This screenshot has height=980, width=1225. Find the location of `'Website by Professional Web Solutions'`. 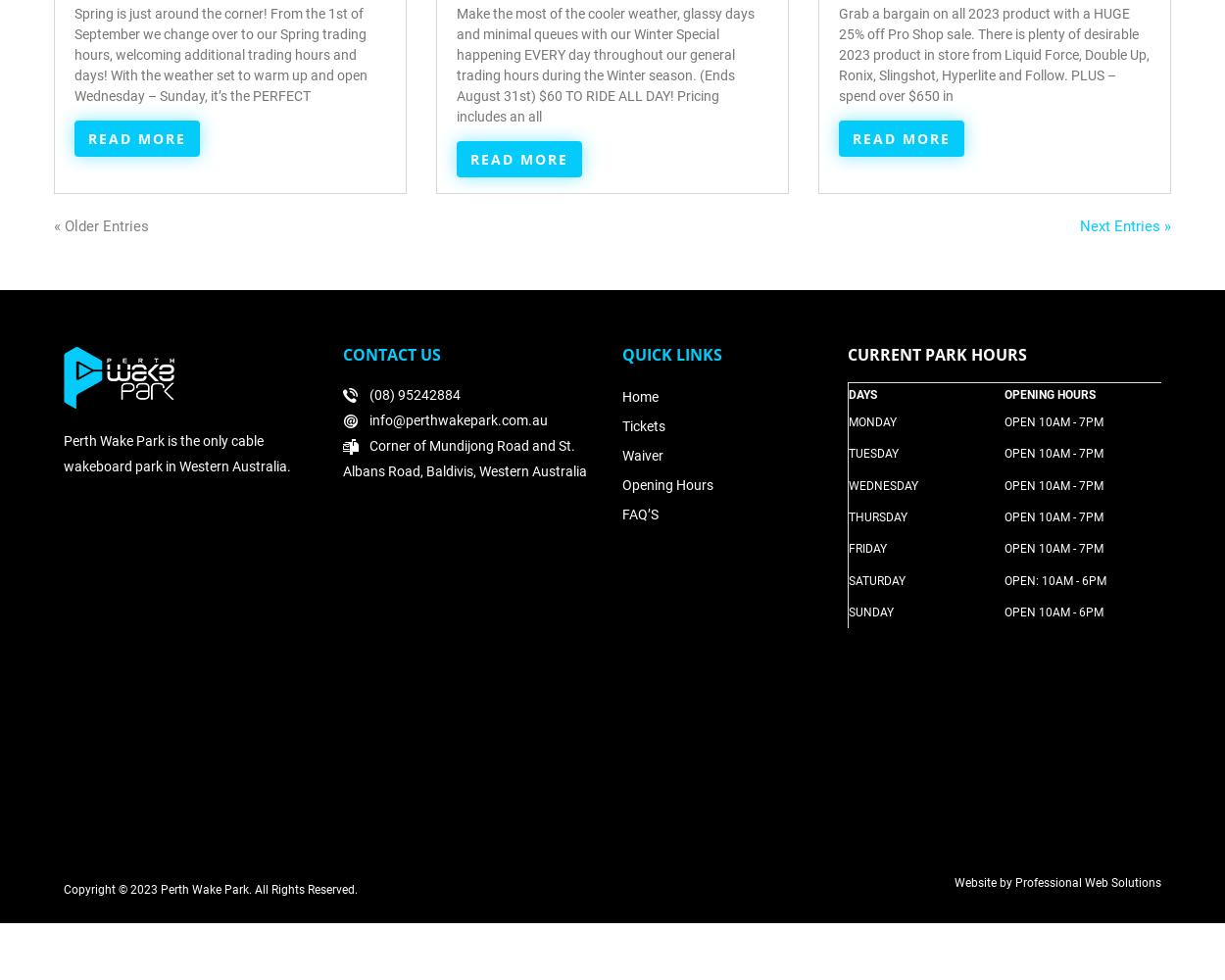

'Website by Professional Web Solutions' is located at coordinates (1056, 882).